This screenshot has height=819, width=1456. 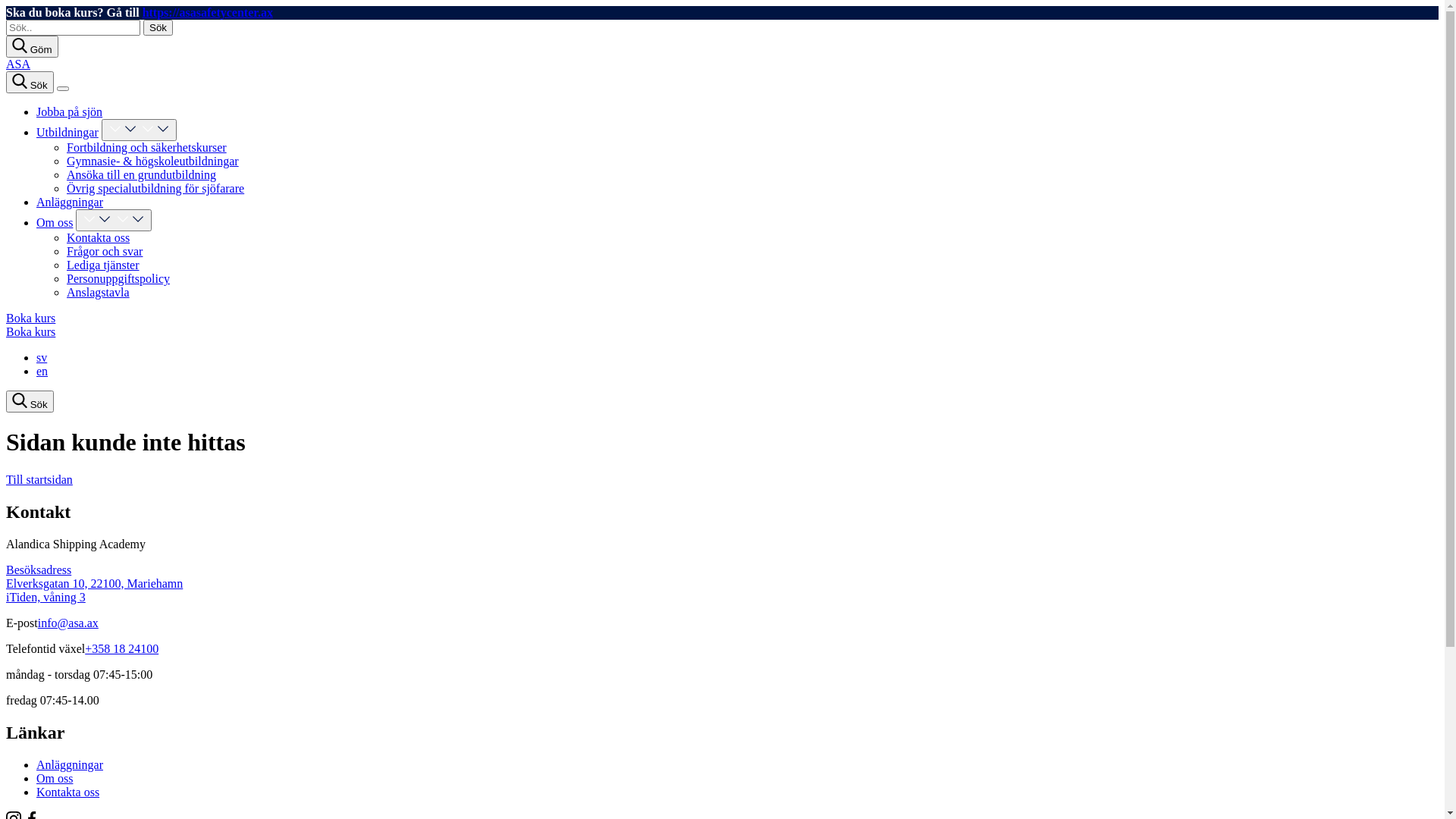 What do you see at coordinates (206, 12) in the screenshot?
I see `'https://asasafetycenter.ax'` at bounding box center [206, 12].